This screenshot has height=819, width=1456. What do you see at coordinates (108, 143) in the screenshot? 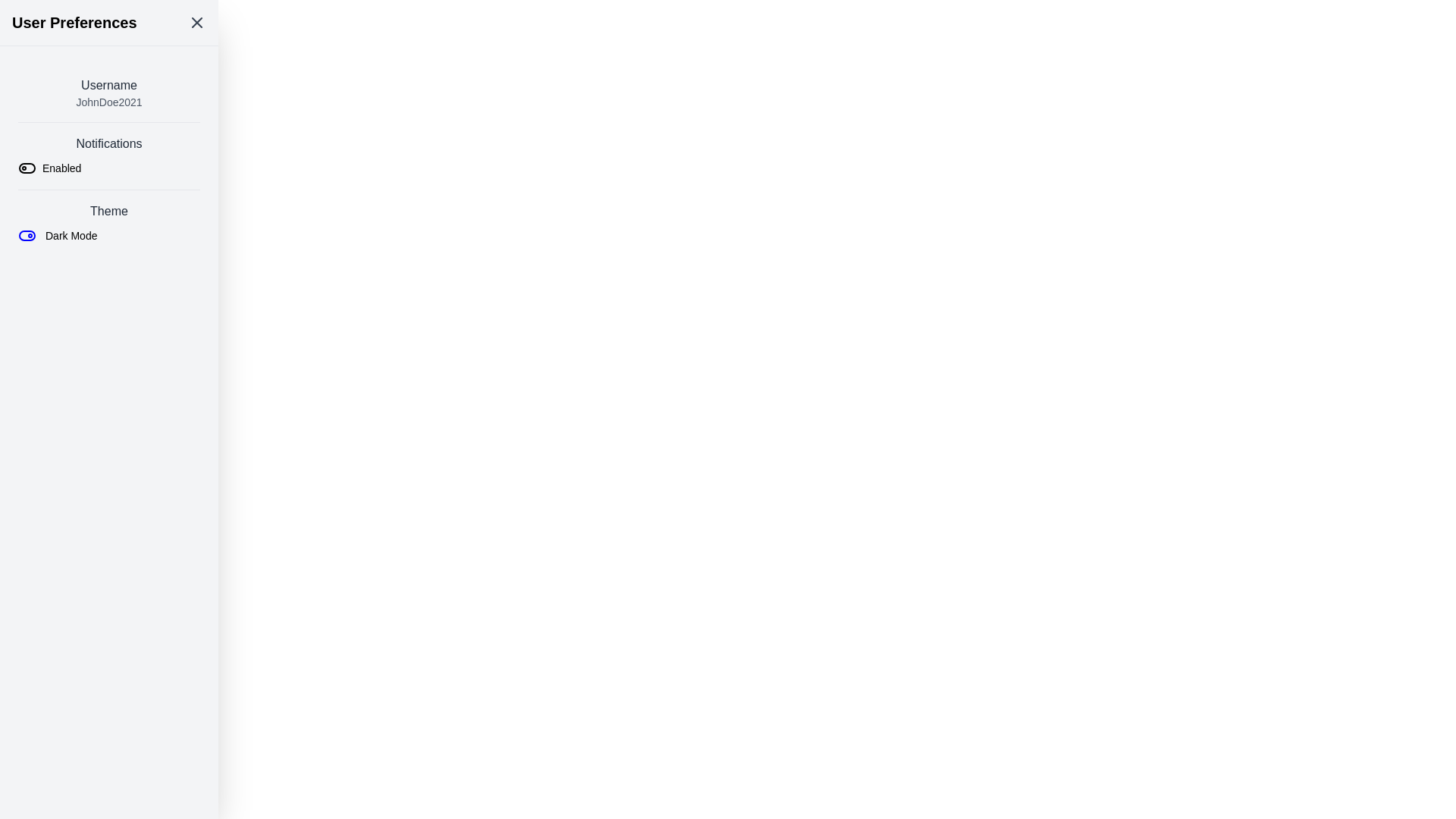
I see `the label indicating notification settings located centrally in the left-aligned column layout, just below the username section` at bounding box center [108, 143].